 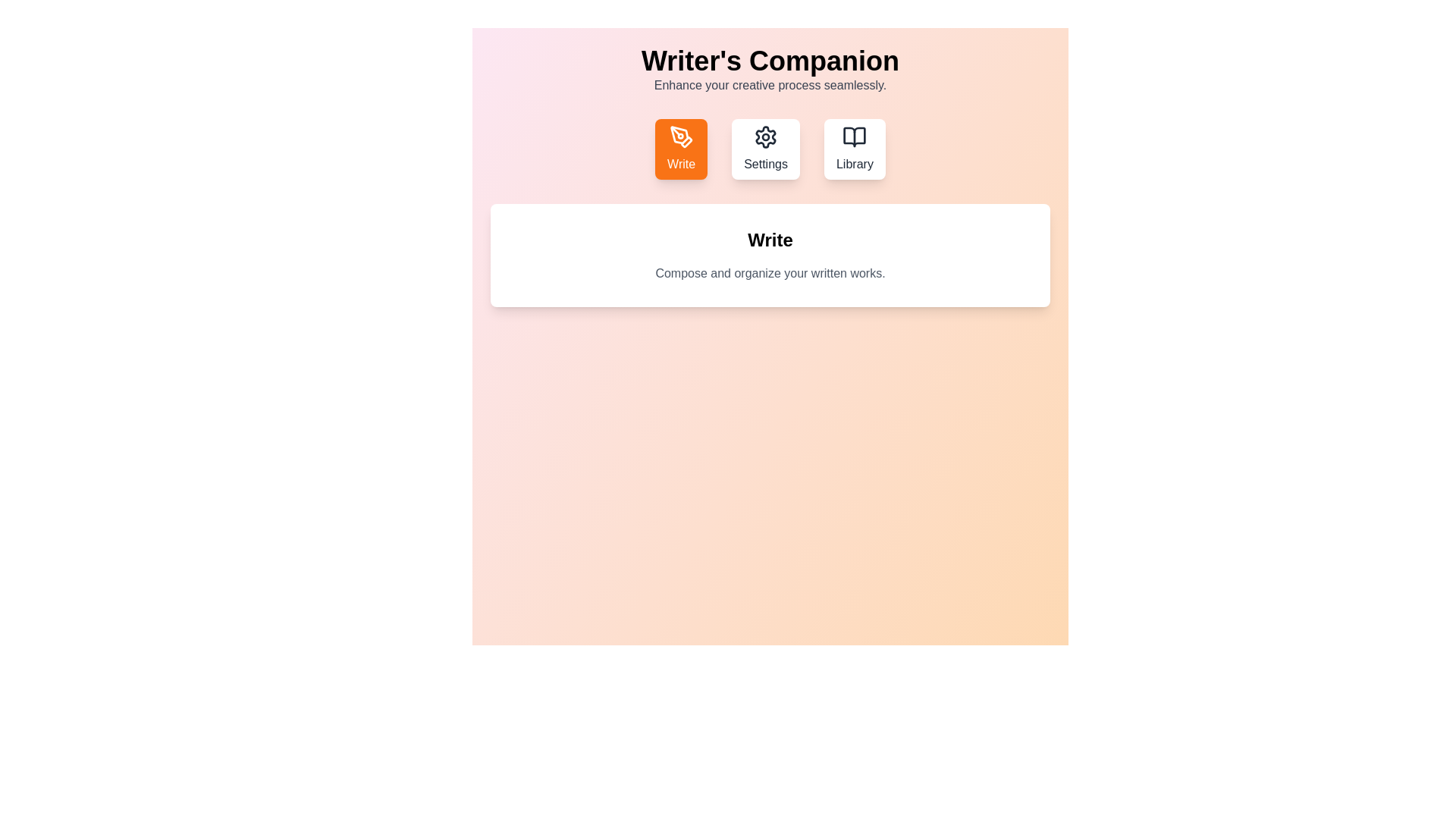 What do you see at coordinates (855, 149) in the screenshot?
I see `the Library tab by clicking on its corresponding button` at bounding box center [855, 149].